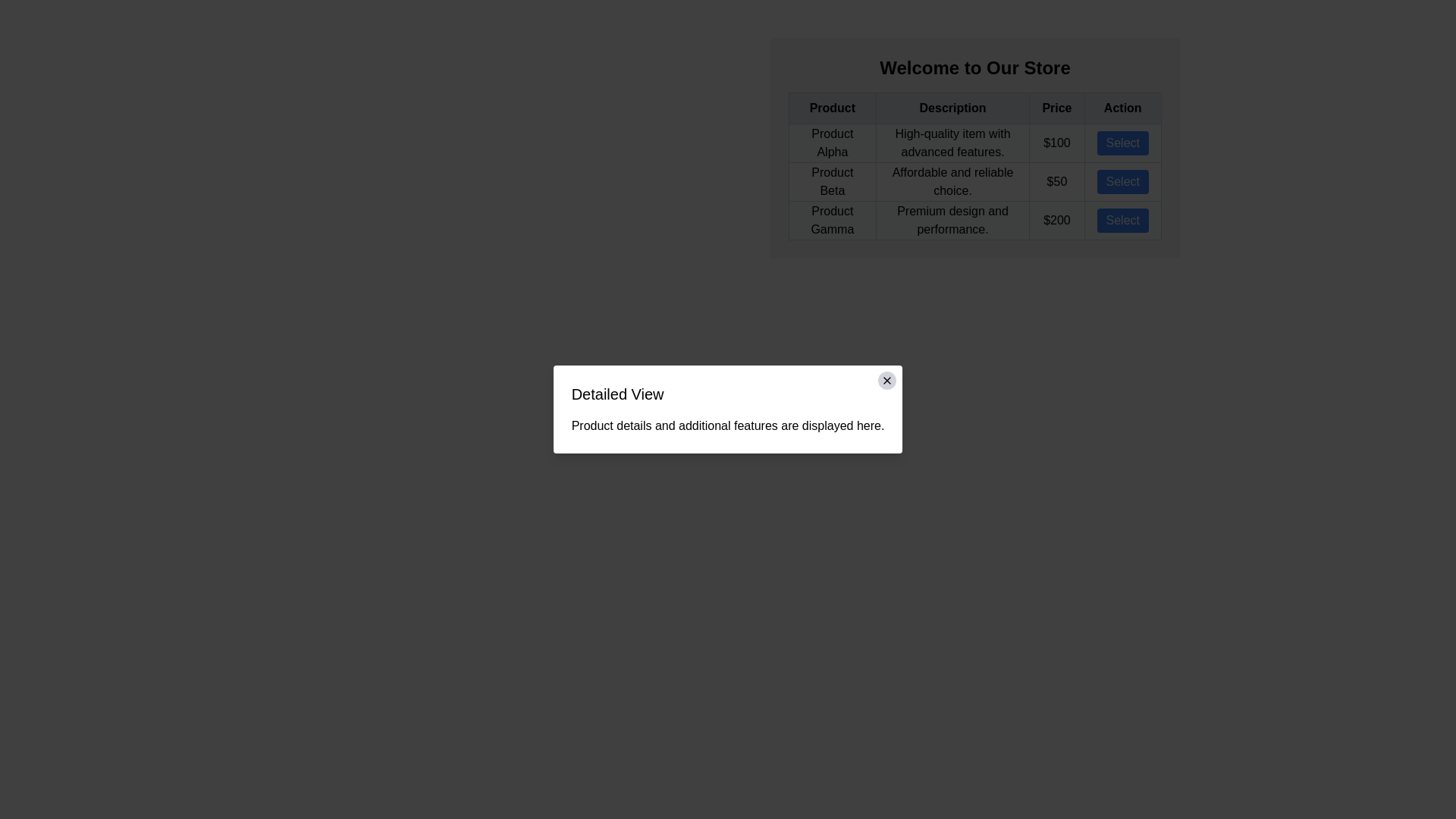 The width and height of the screenshot is (1456, 819). I want to click on the Table Header Cell displaying 'Description', which is prominently styled and positioned between 'Product' and 'Price' in the header row, so click(952, 107).